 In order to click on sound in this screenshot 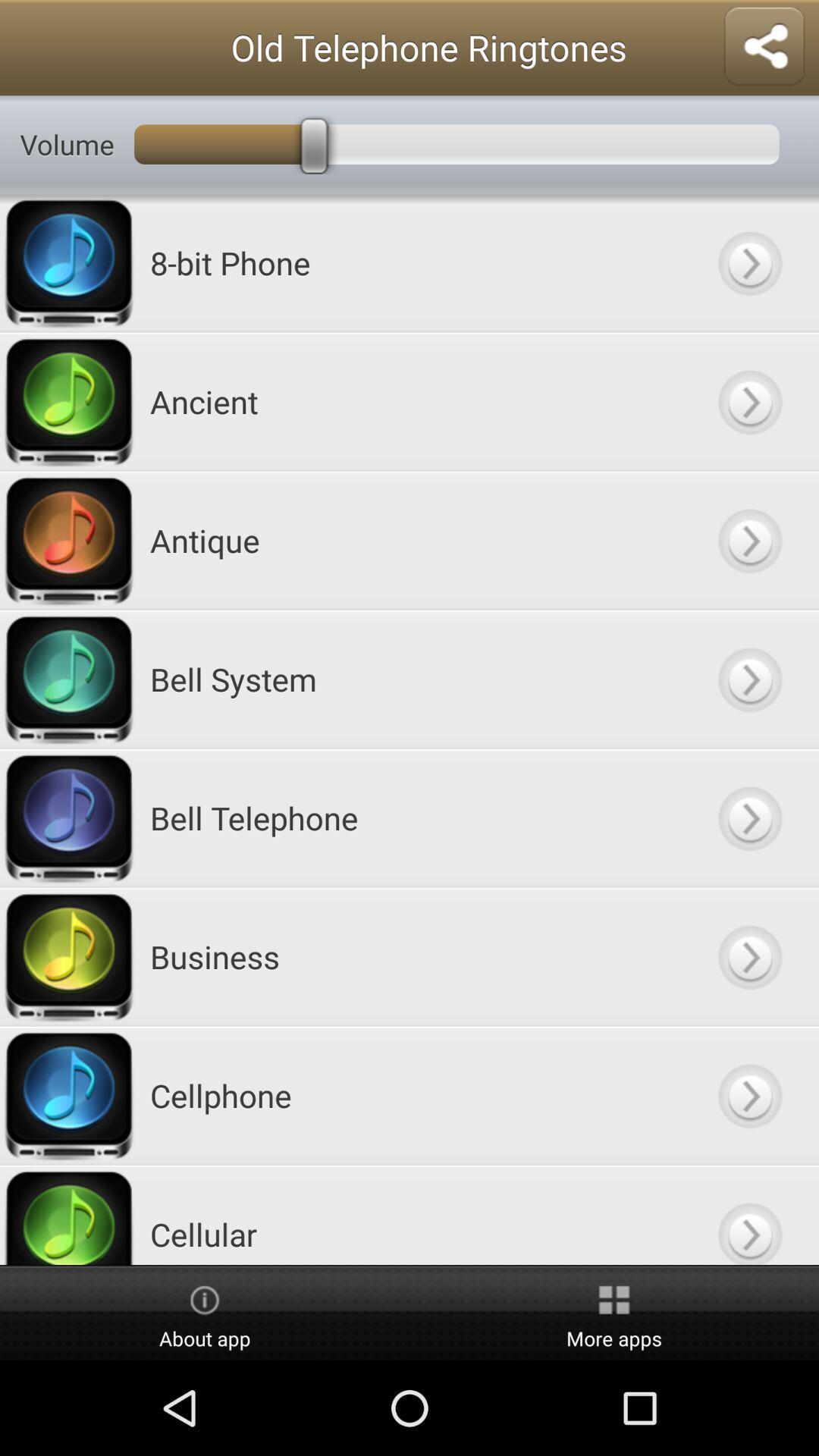, I will do `click(748, 401)`.